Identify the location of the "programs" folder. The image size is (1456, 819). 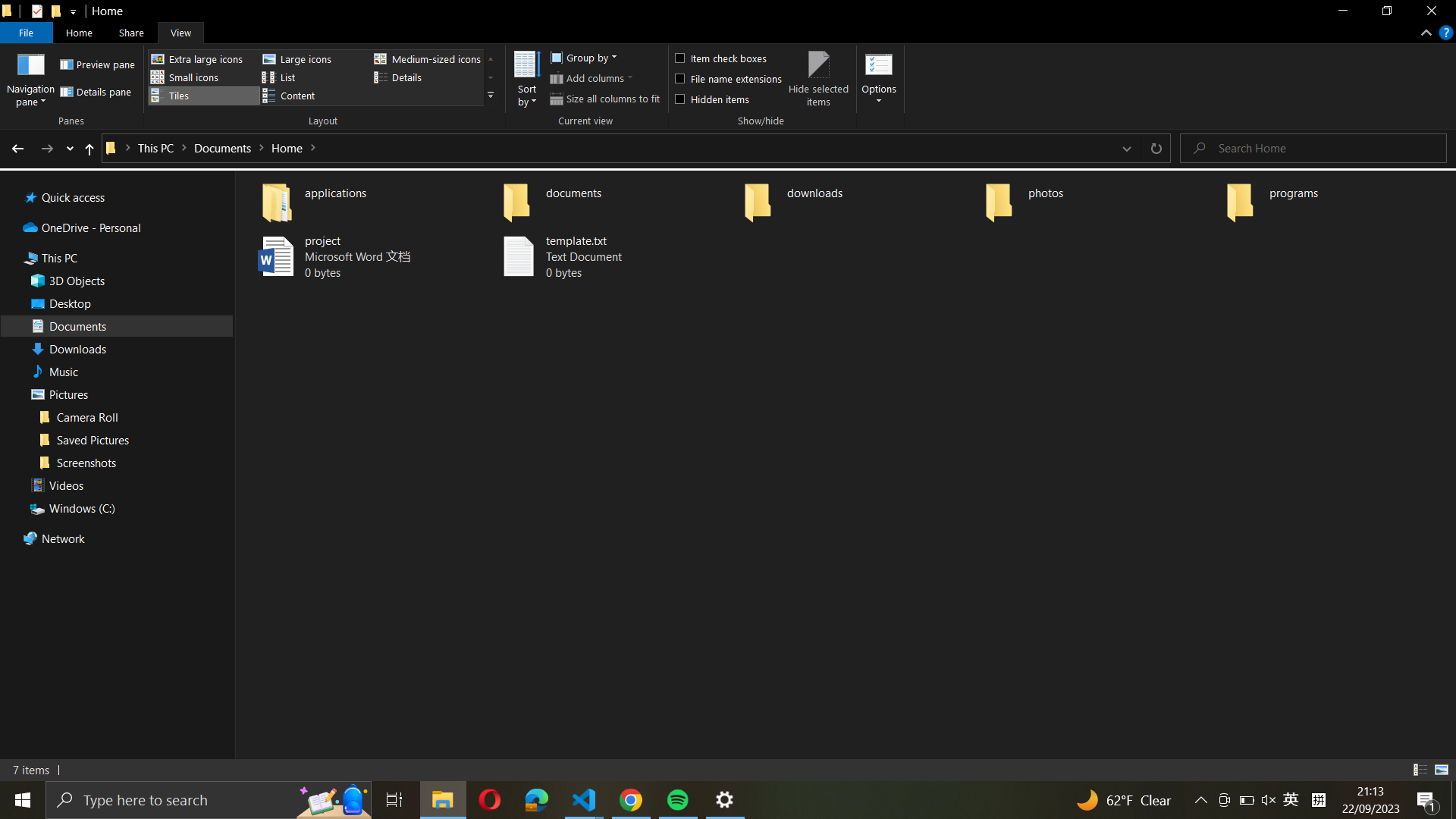
(1336, 198).